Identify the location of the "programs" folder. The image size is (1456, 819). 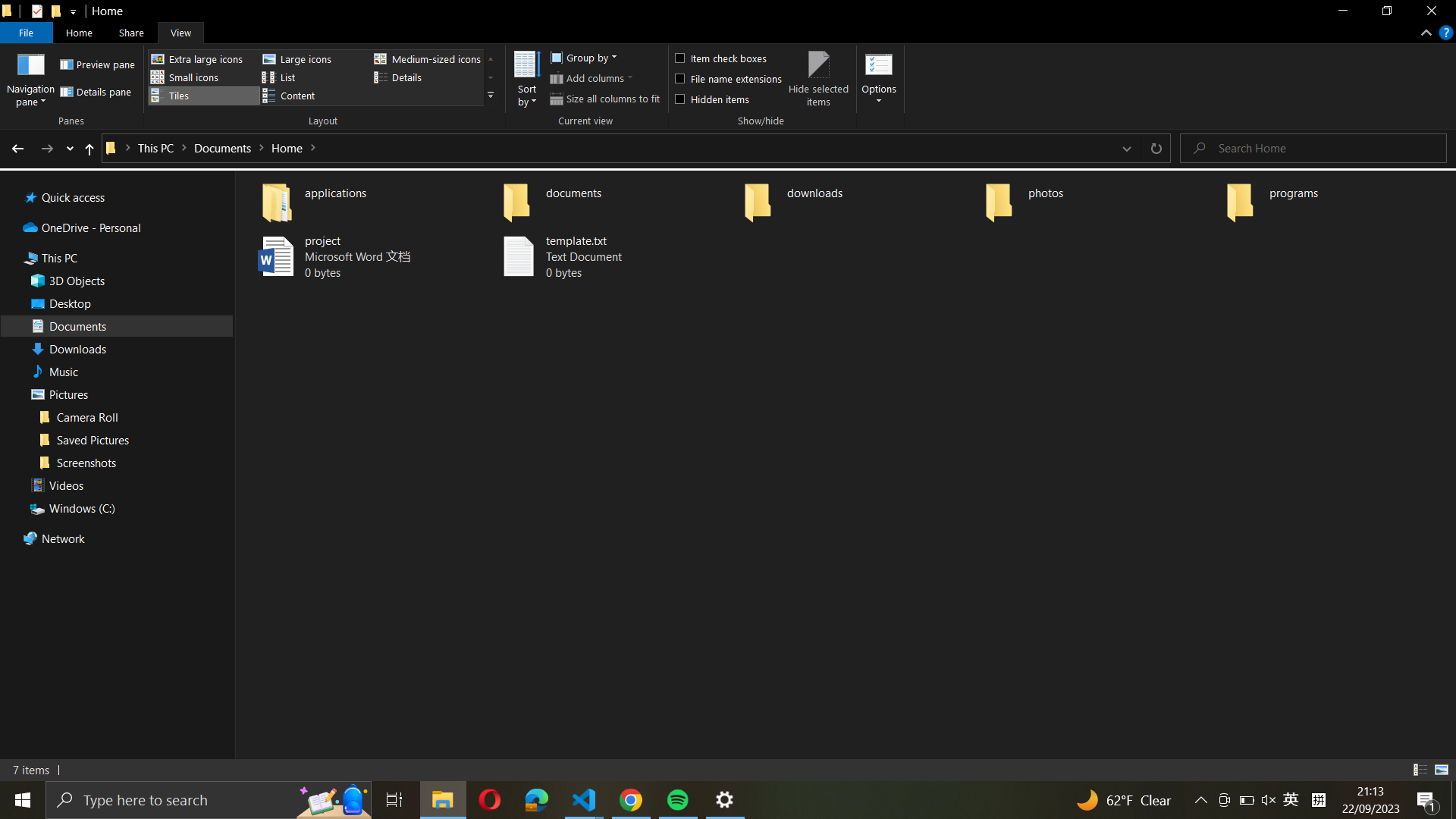
(1336, 198).